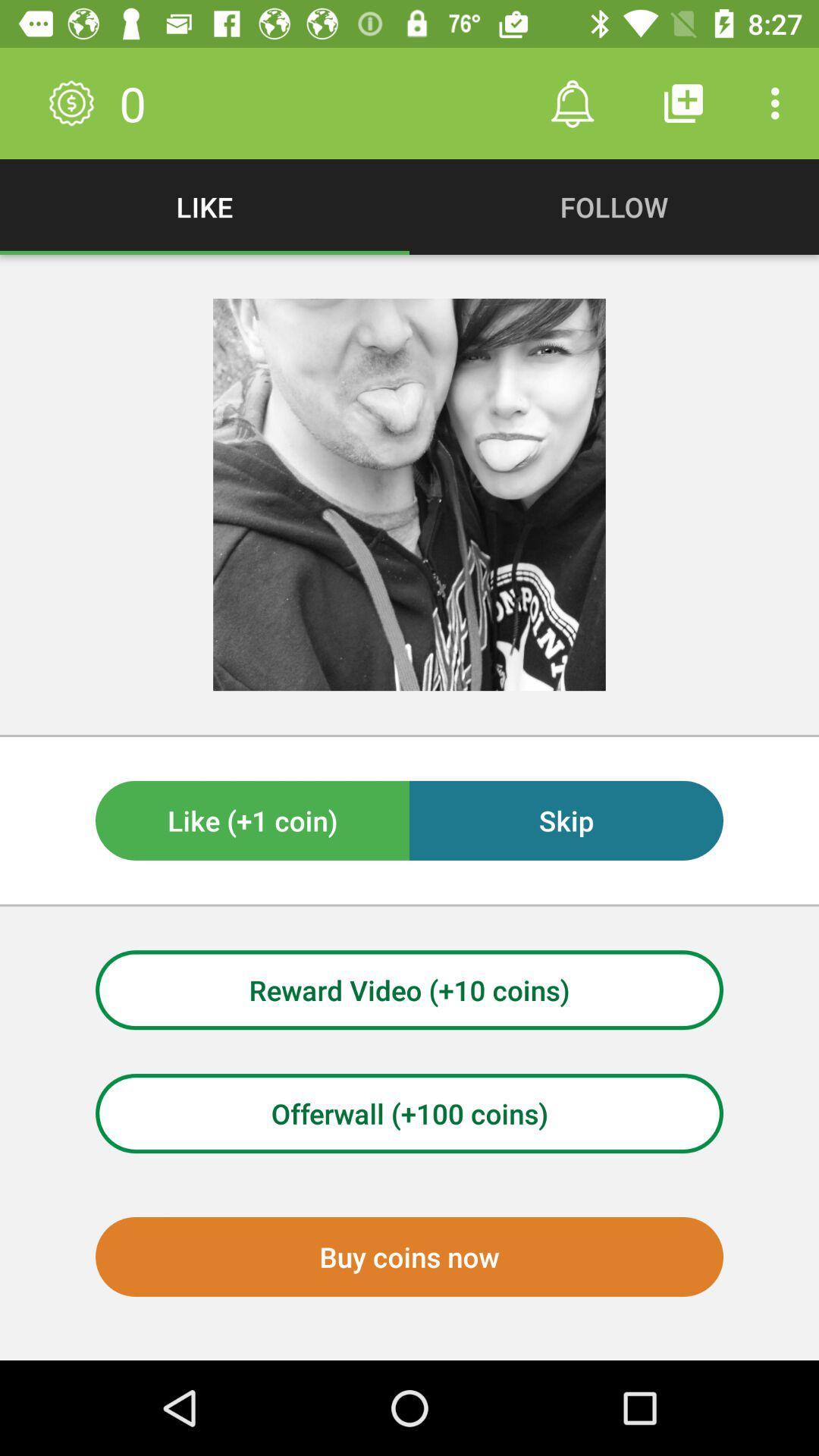 The height and width of the screenshot is (1456, 819). Describe the element at coordinates (409, 1257) in the screenshot. I see `the buy coins now` at that location.